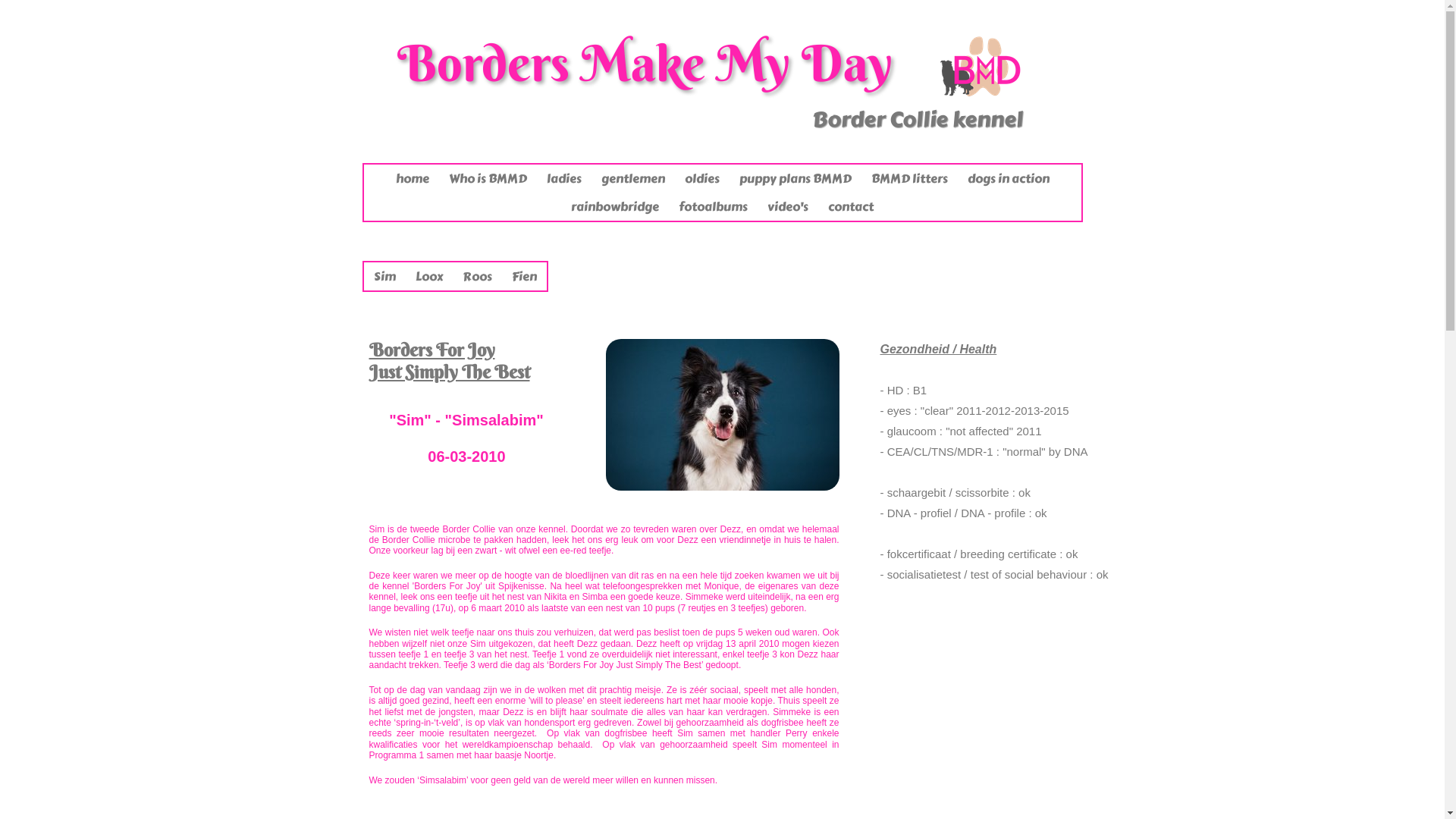  Describe the element at coordinates (475, 276) in the screenshot. I see `'Roos'` at that location.